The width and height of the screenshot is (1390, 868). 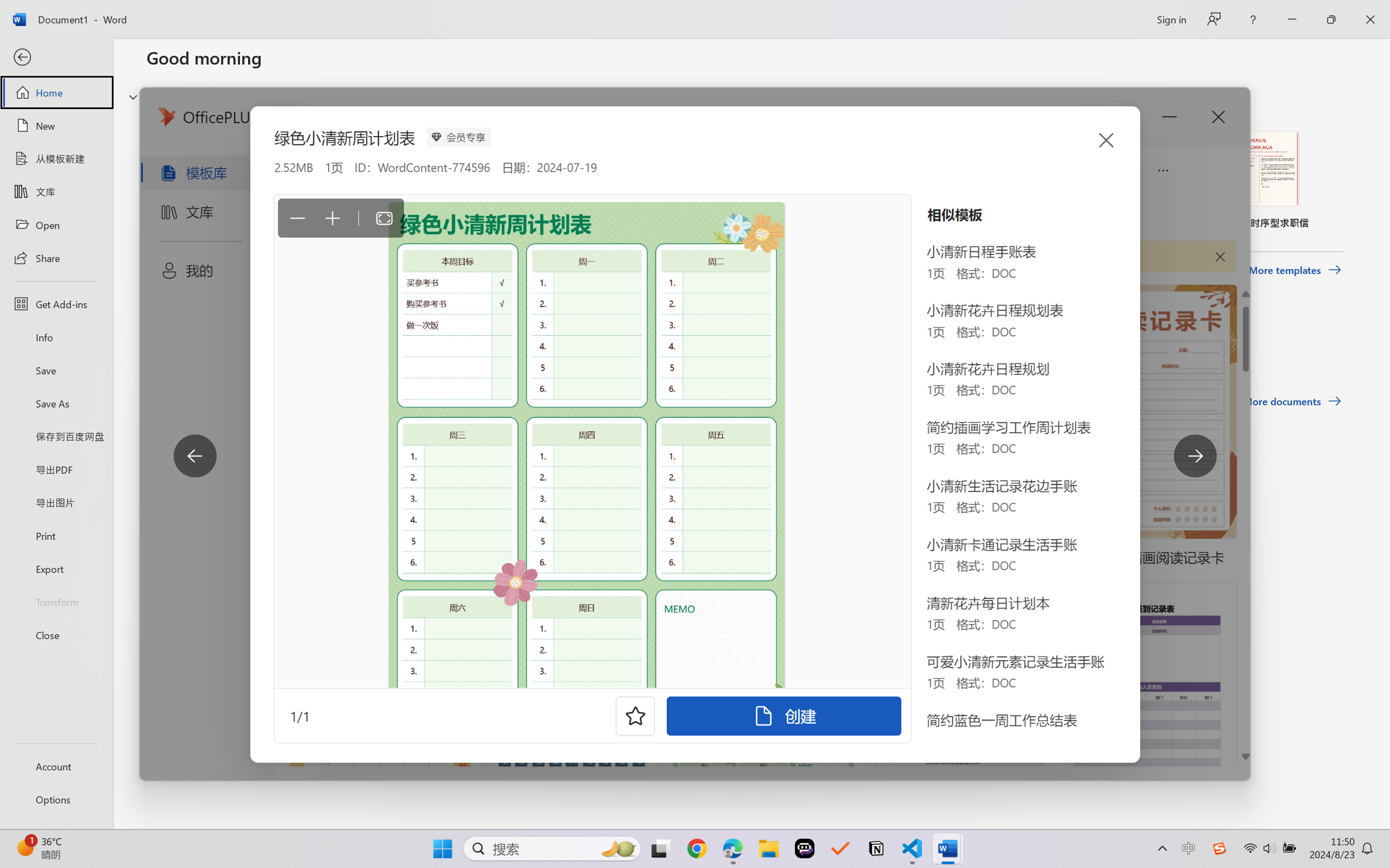 What do you see at coordinates (1294, 270) in the screenshot?
I see `'More templates'` at bounding box center [1294, 270].